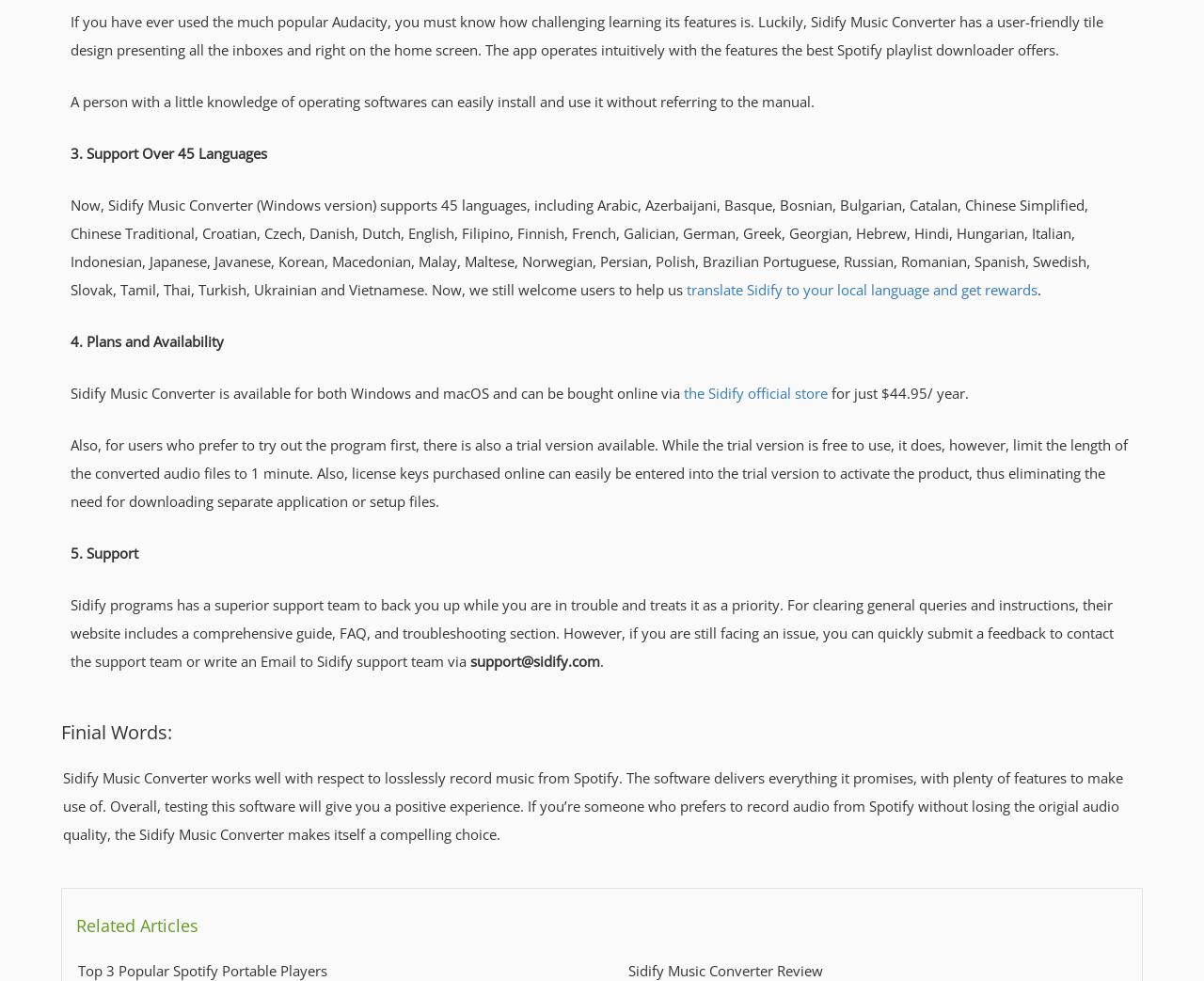 The image size is (1204, 981). I want to click on 'support@sidify.com', so click(533, 660).